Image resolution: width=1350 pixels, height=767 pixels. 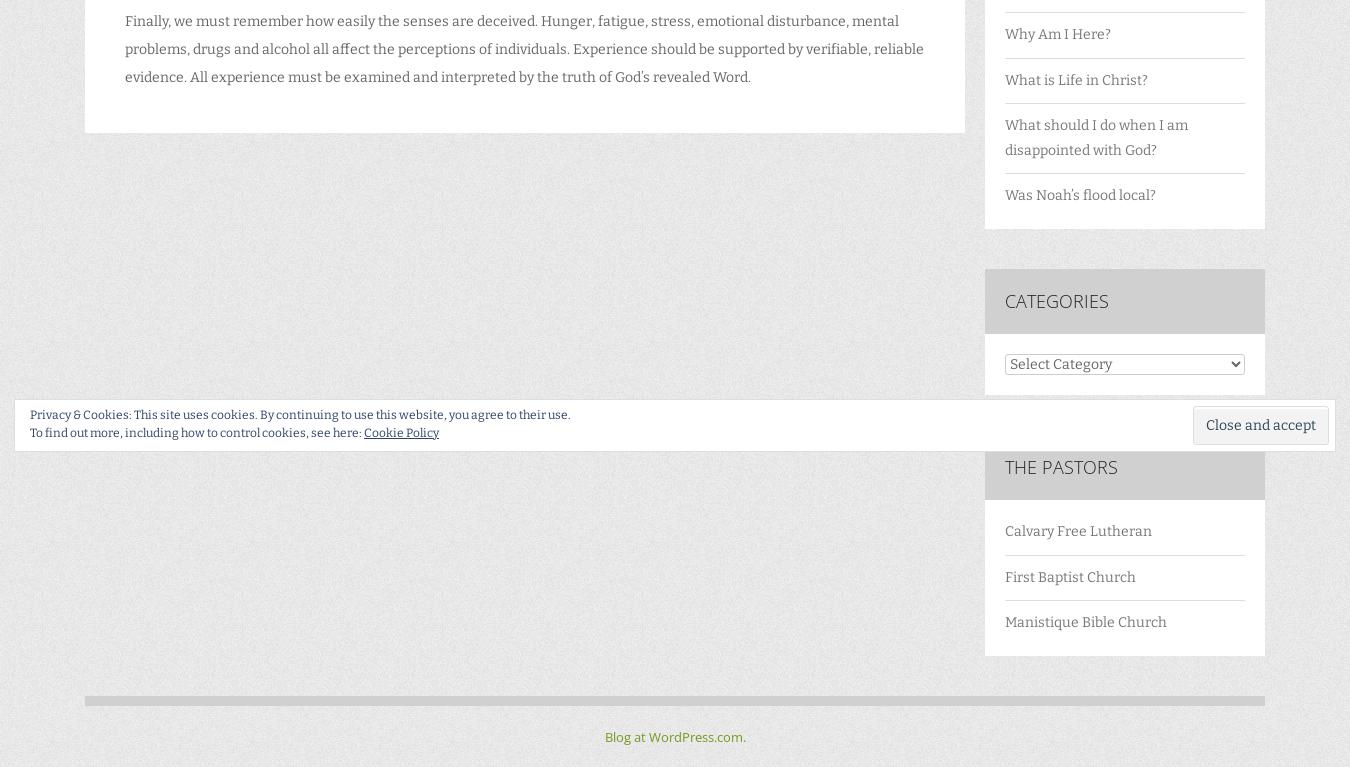 What do you see at coordinates (1003, 33) in the screenshot?
I see `'Why Am I Here?'` at bounding box center [1003, 33].